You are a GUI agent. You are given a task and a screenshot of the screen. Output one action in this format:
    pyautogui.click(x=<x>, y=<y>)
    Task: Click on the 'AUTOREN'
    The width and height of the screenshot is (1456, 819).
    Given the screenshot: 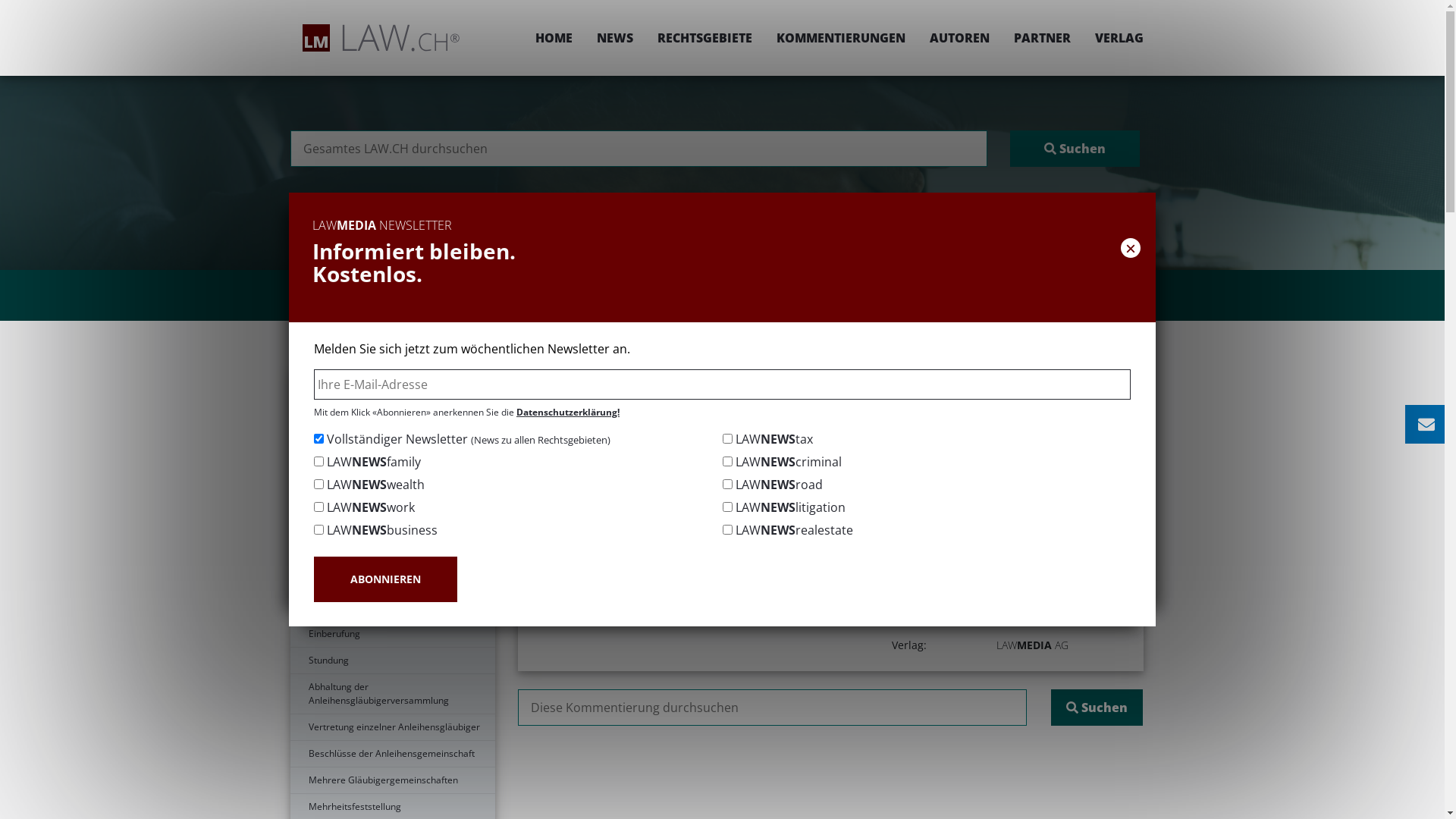 What is the action you would take?
    pyautogui.click(x=959, y=37)
    